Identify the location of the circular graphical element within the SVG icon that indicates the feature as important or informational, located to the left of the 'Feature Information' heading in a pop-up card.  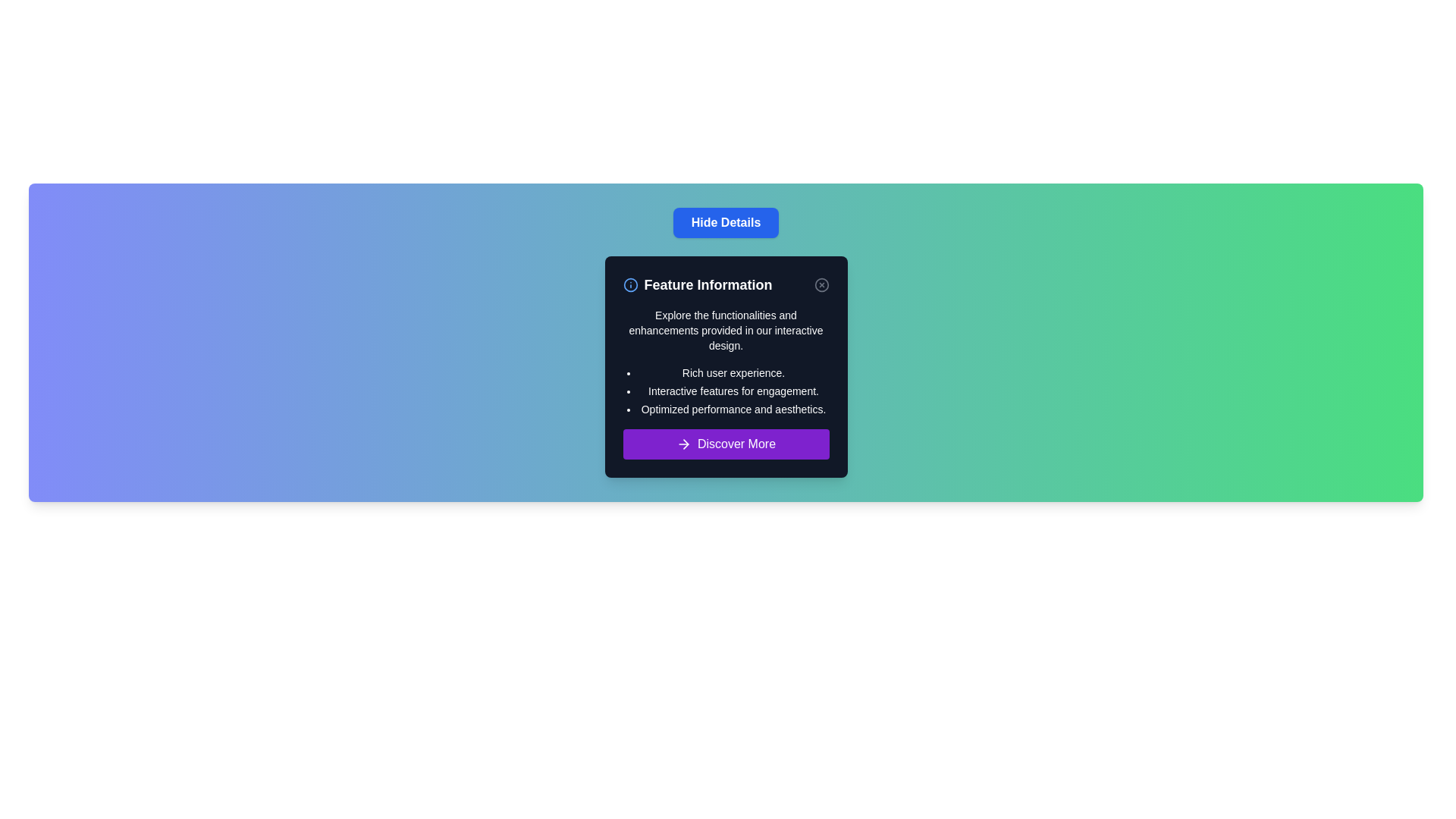
(630, 284).